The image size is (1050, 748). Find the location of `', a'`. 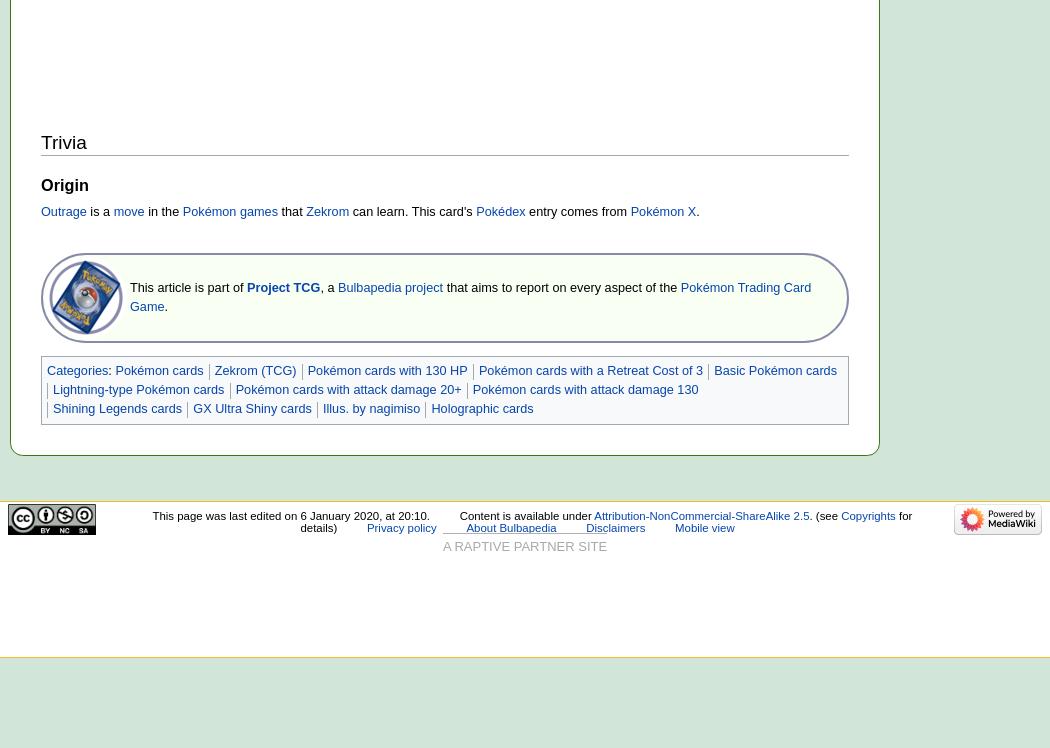

', a' is located at coordinates (328, 287).